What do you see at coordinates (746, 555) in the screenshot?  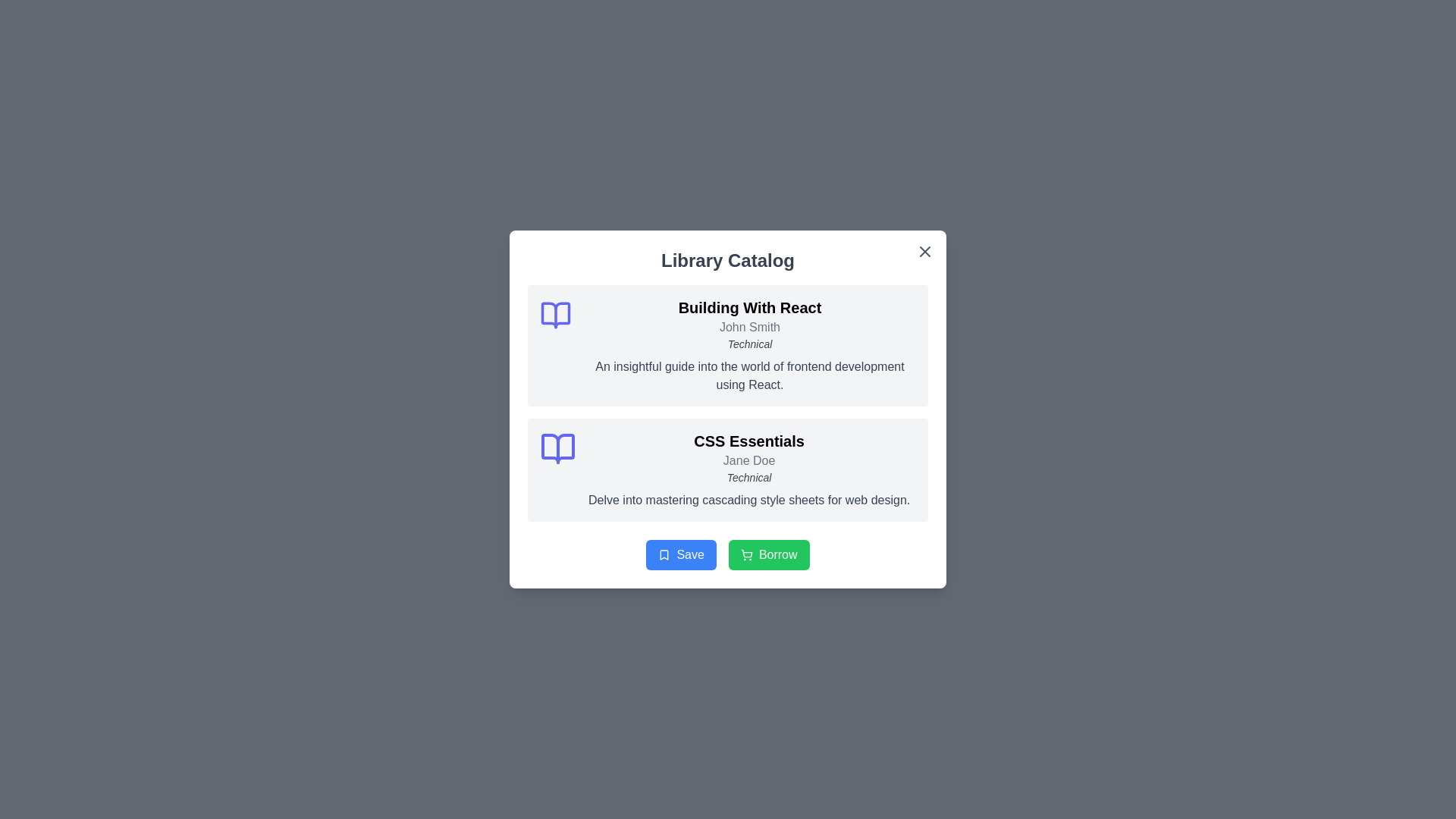 I see `the shopping cart icon SVG located within the green 'Borrow' button in the Library Catalog modal` at bounding box center [746, 555].